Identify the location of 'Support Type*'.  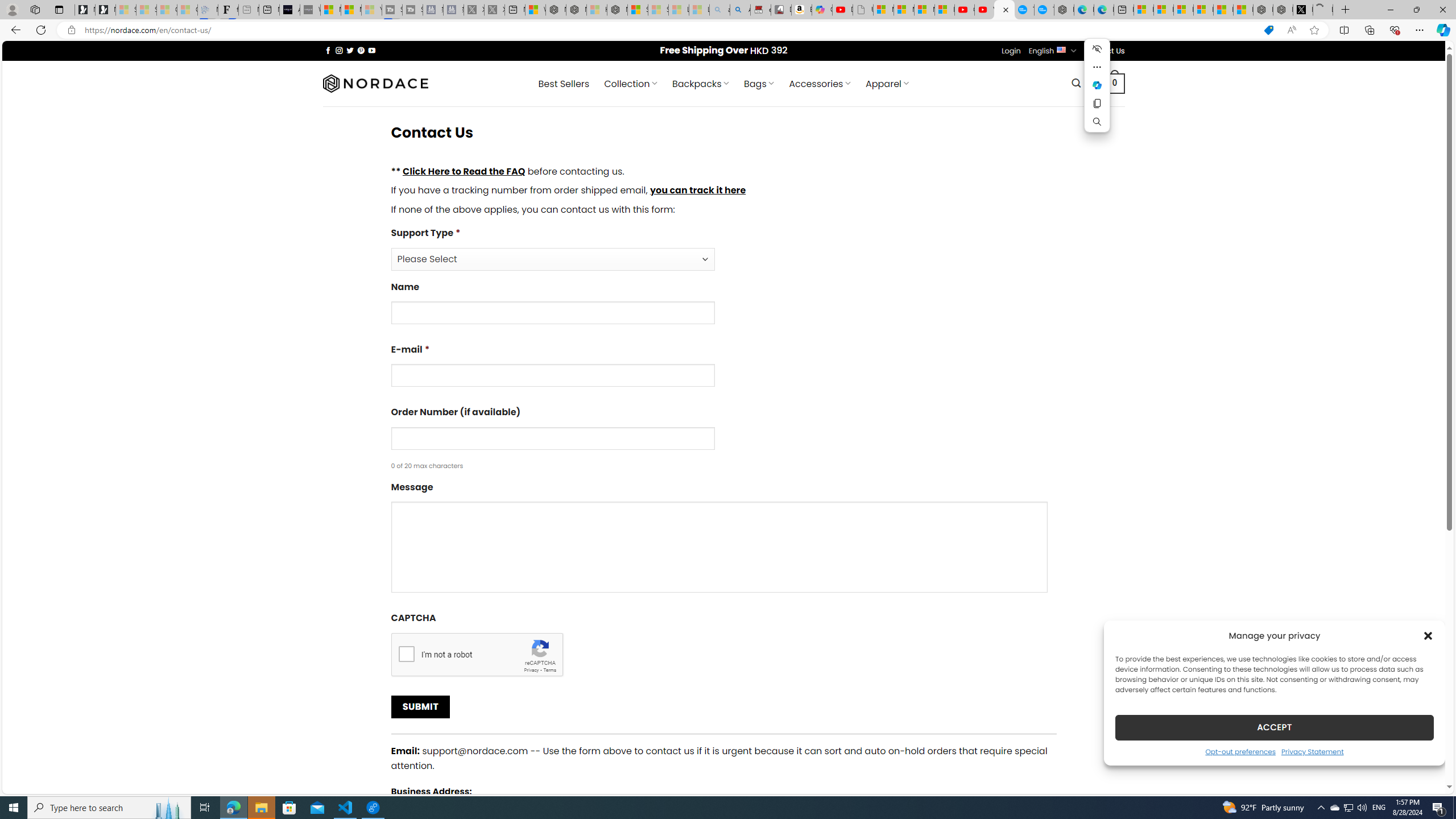
(552, 259).